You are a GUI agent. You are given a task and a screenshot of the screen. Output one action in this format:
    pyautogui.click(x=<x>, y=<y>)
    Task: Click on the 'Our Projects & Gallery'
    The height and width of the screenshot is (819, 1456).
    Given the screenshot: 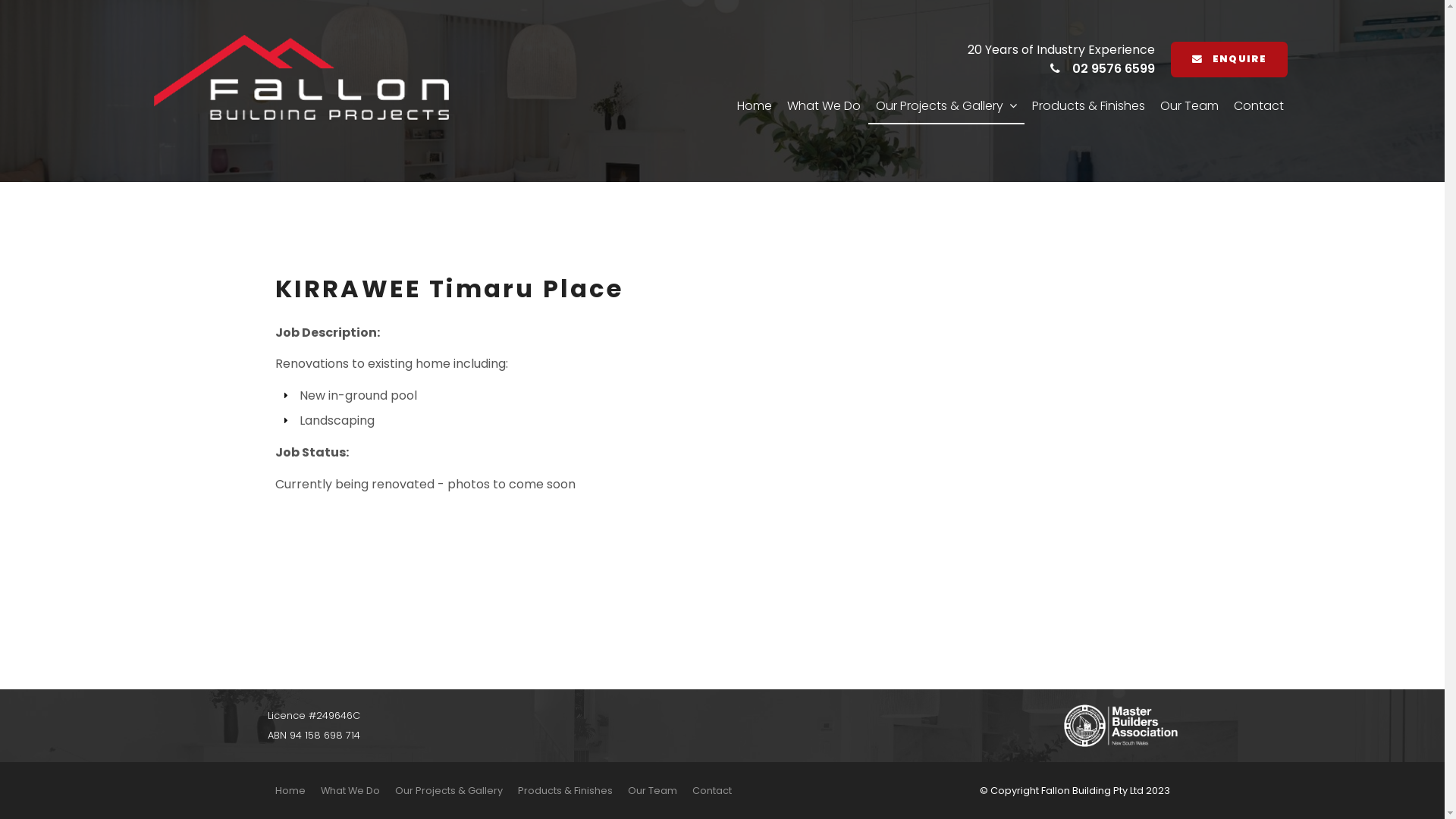 What is the action you would take?
    pyautogui.click(x=386, y=789)
    